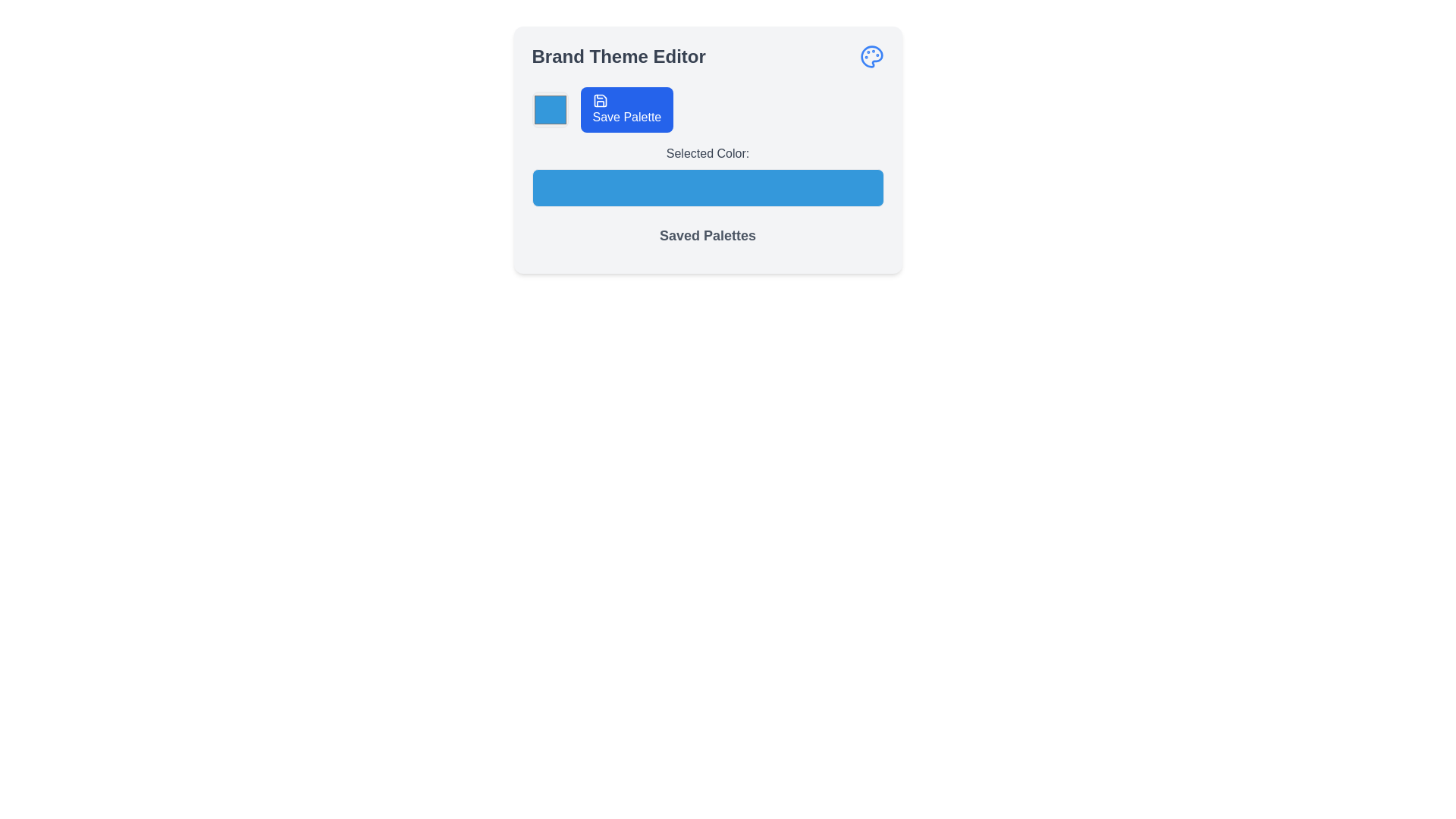  What do you see at coordinates (871, 55) in the screenshot?
I see `the blue palette-shaped icon in the top-right corner of the 'Brand Theme Editor' section` at bounding box center [871, 55].